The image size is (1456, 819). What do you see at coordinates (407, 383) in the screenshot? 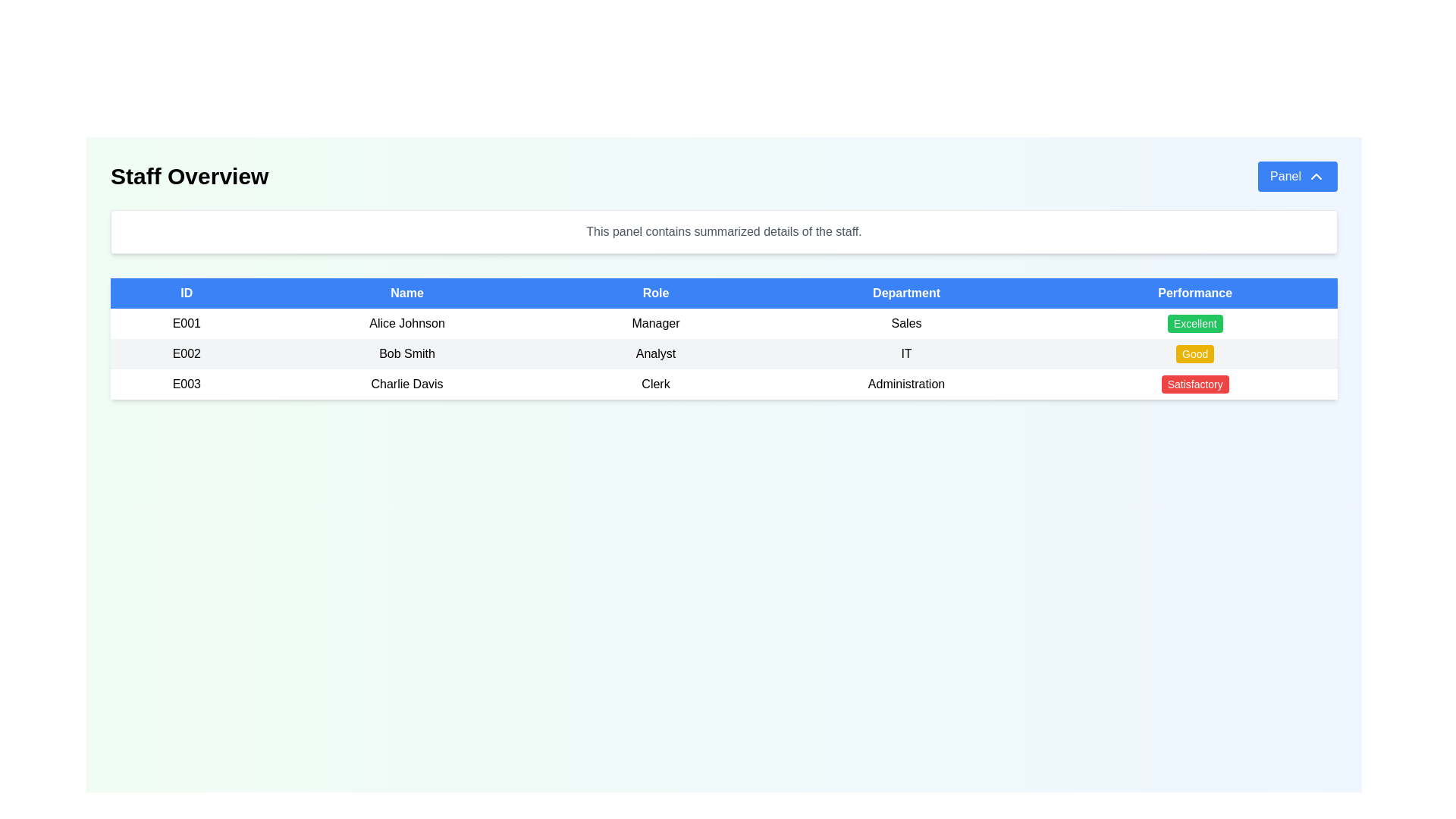
I see `displayed text in the tabular cell containing the name 'Charlie Davis', which is the second column in the third row of a staff information table` at bounding box center [407, 383].